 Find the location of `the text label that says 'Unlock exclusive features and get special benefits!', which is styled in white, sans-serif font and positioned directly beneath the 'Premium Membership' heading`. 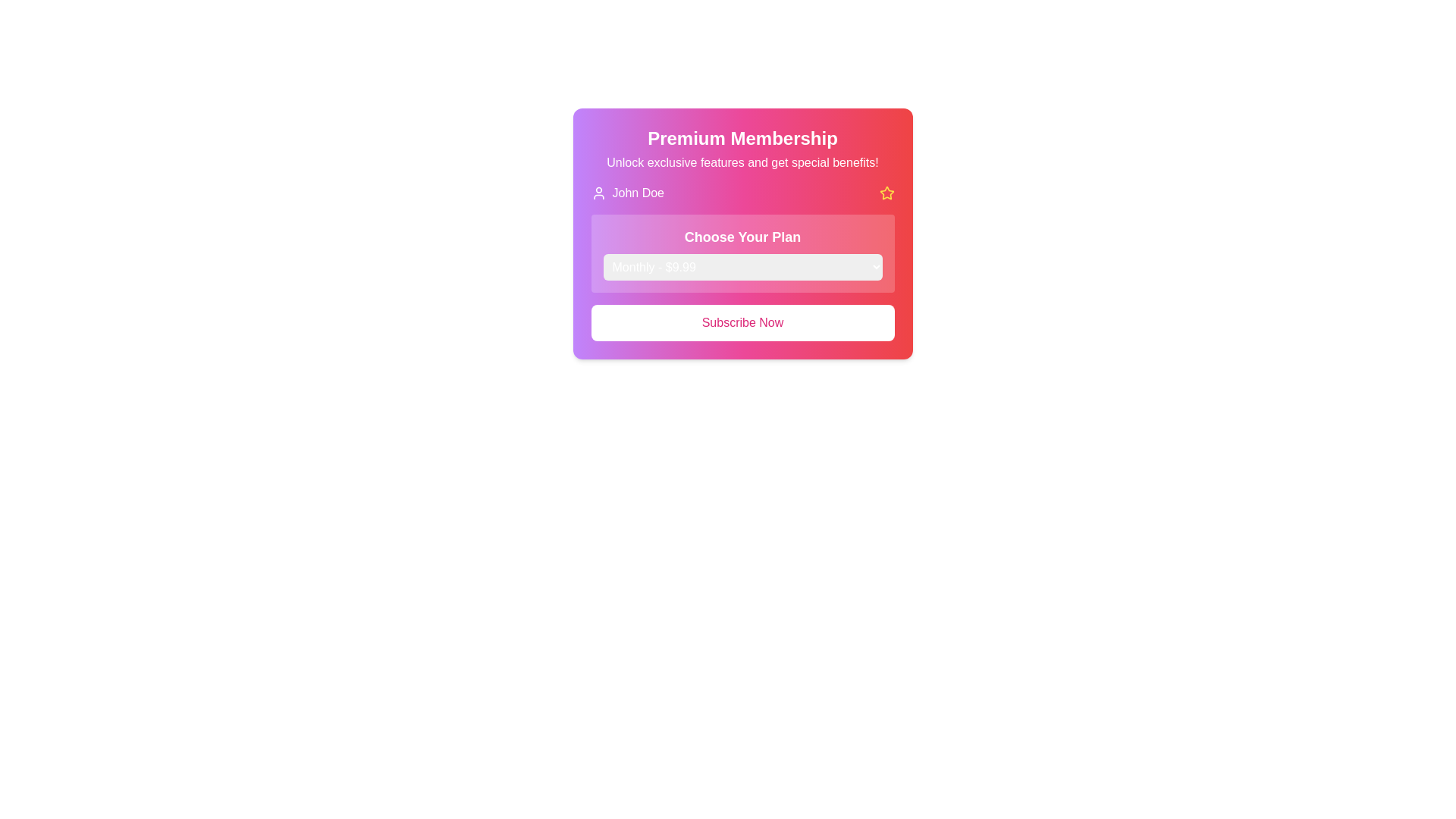

the text label that says 'Unlock exclusive features and get special benefits!', which is styled in white, sans-serif font and positioned directly beneath the 'Premium Membership' heading is located at coordinates (742, 163).